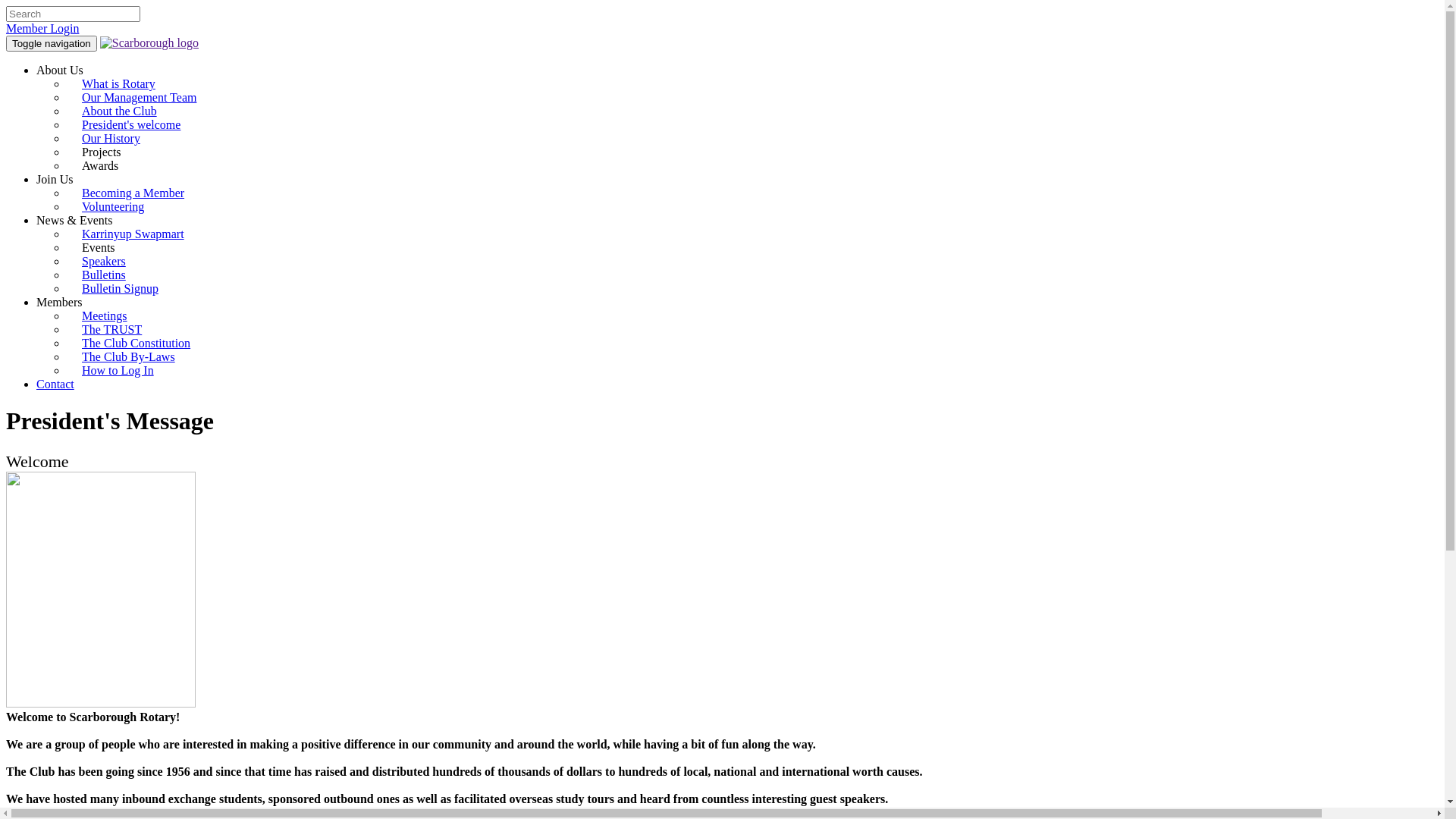  Describe the element at coordinates (119, 288) in the screenshot. I see `'Bulletin Signup'` at that location.